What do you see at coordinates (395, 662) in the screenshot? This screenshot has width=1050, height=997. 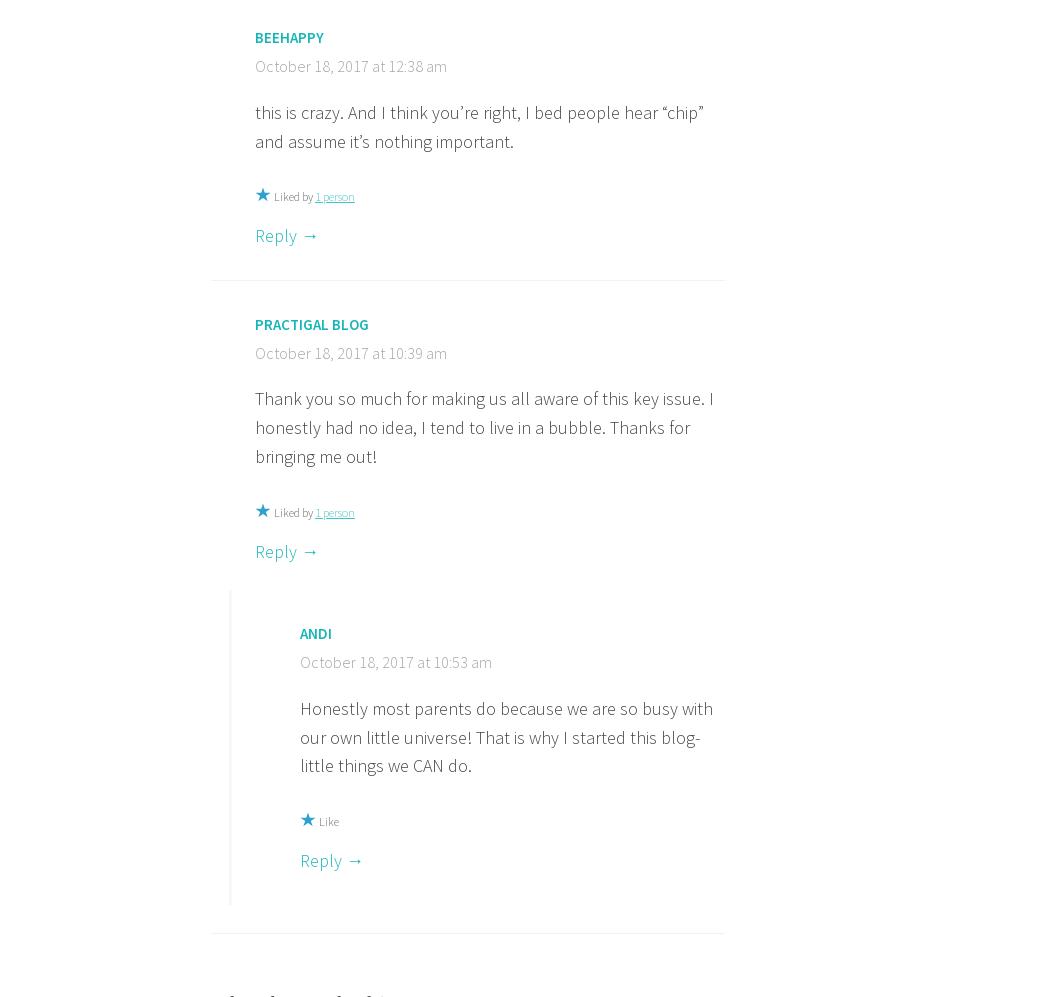 I see `'October 18, 2017 at 10:53 am'` at bounding box center [395, 662].